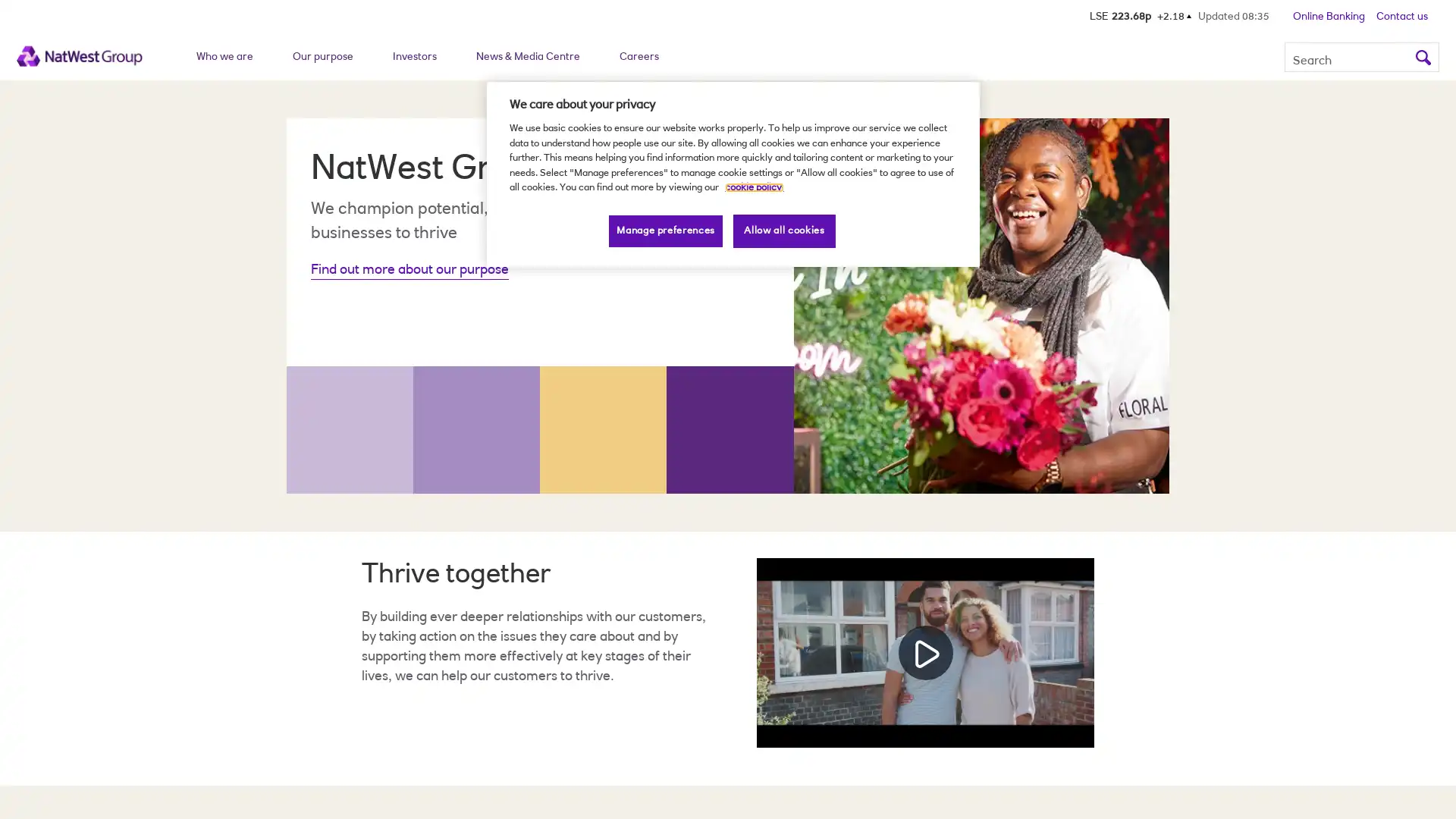  I want to click on Search, so click(1422, 55).